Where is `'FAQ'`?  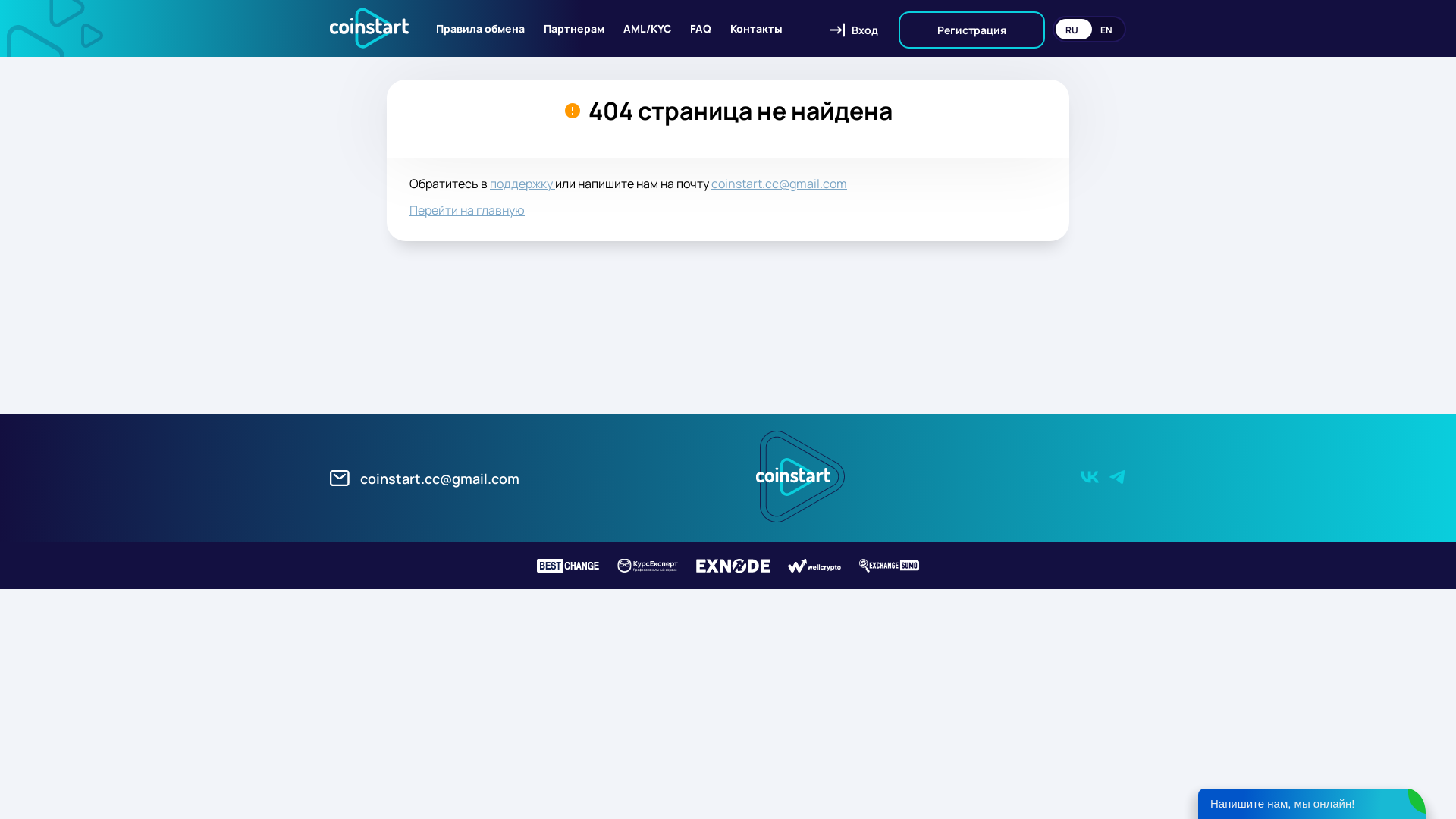
'FAQ' is located at coordinates (689, 28).